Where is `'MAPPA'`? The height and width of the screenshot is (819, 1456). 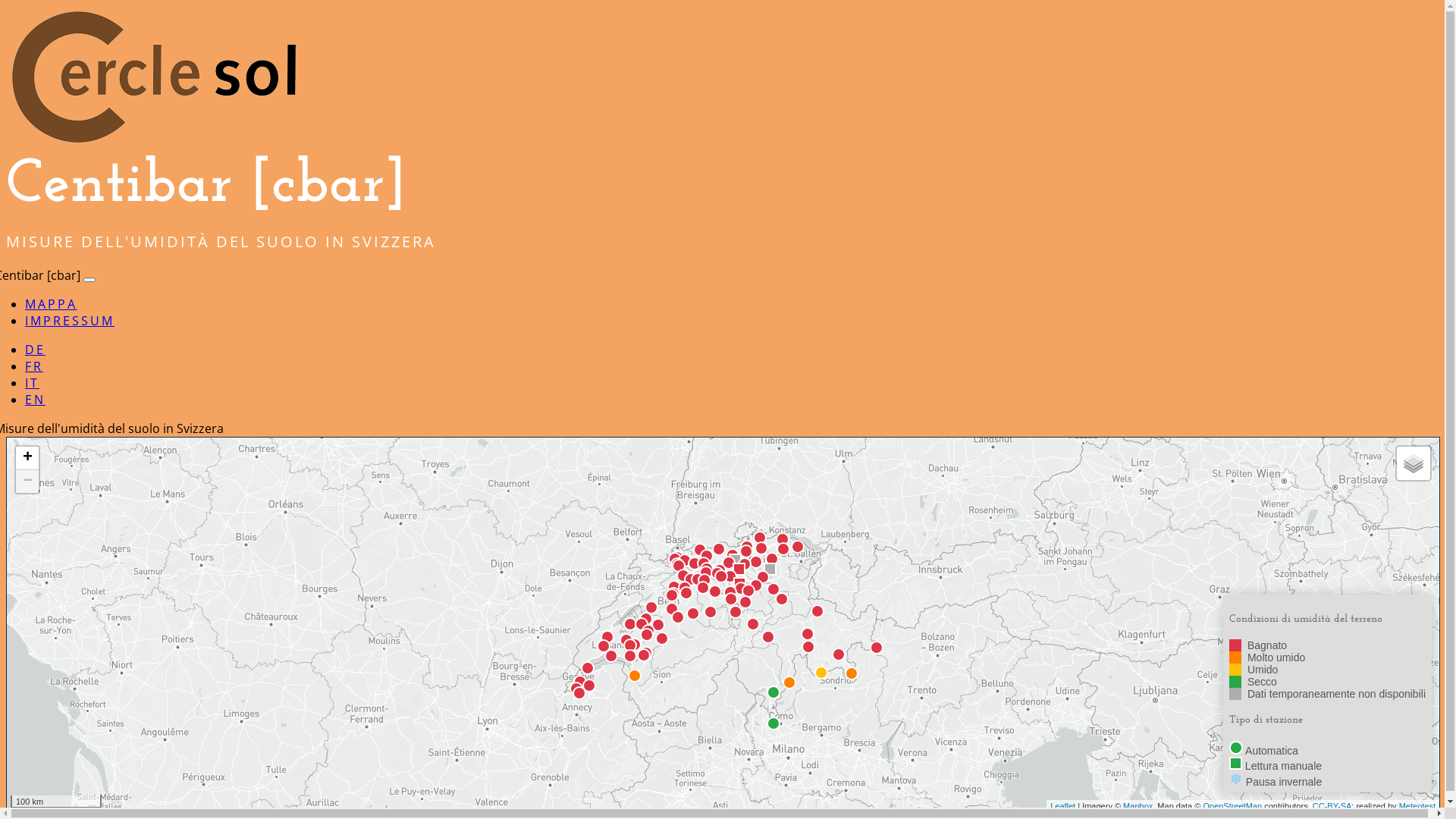 'MAPPA' is located at coordinates (51, 304).